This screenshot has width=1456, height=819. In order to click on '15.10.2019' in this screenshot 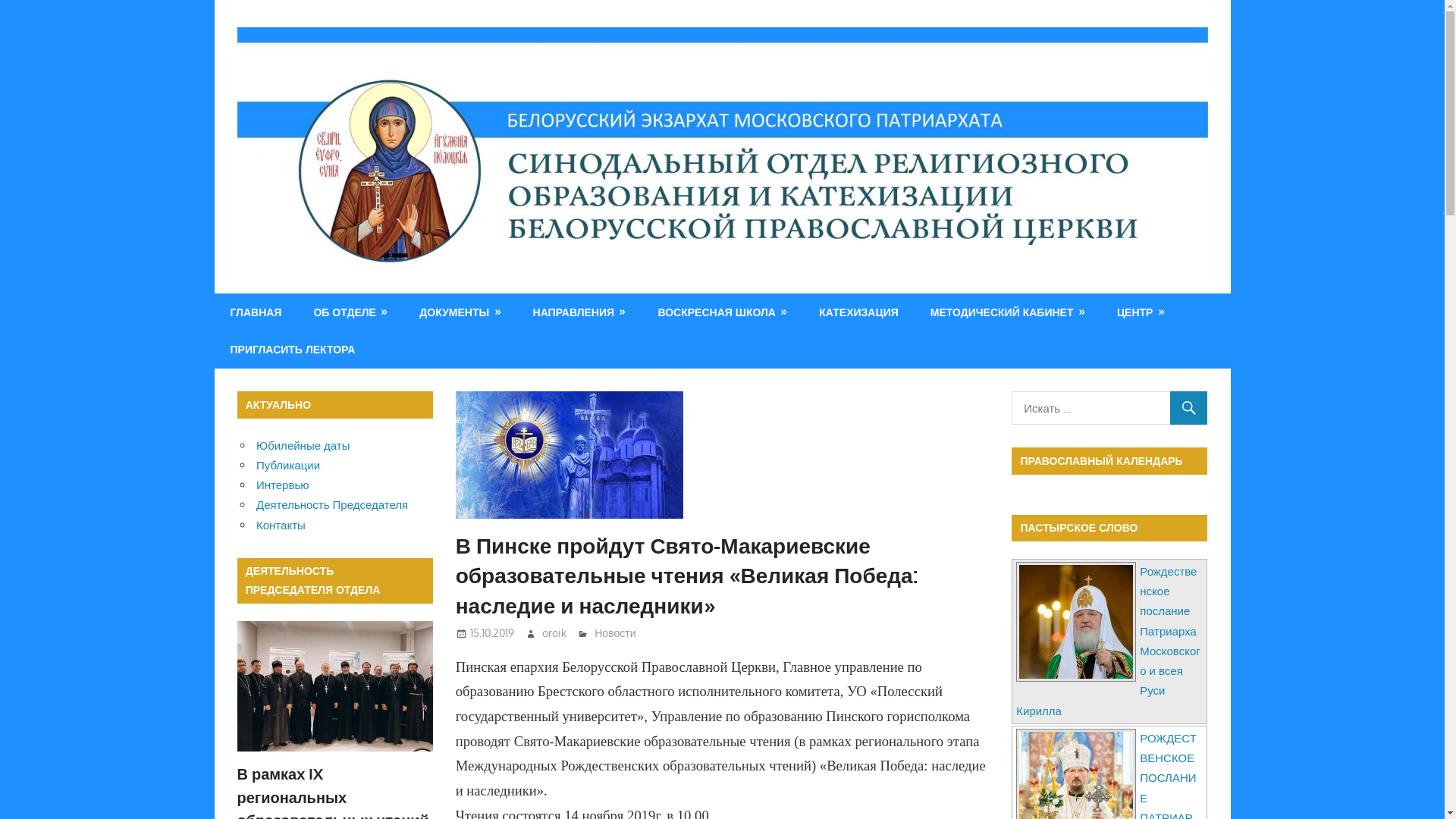, I will do `click(491, 632)`.